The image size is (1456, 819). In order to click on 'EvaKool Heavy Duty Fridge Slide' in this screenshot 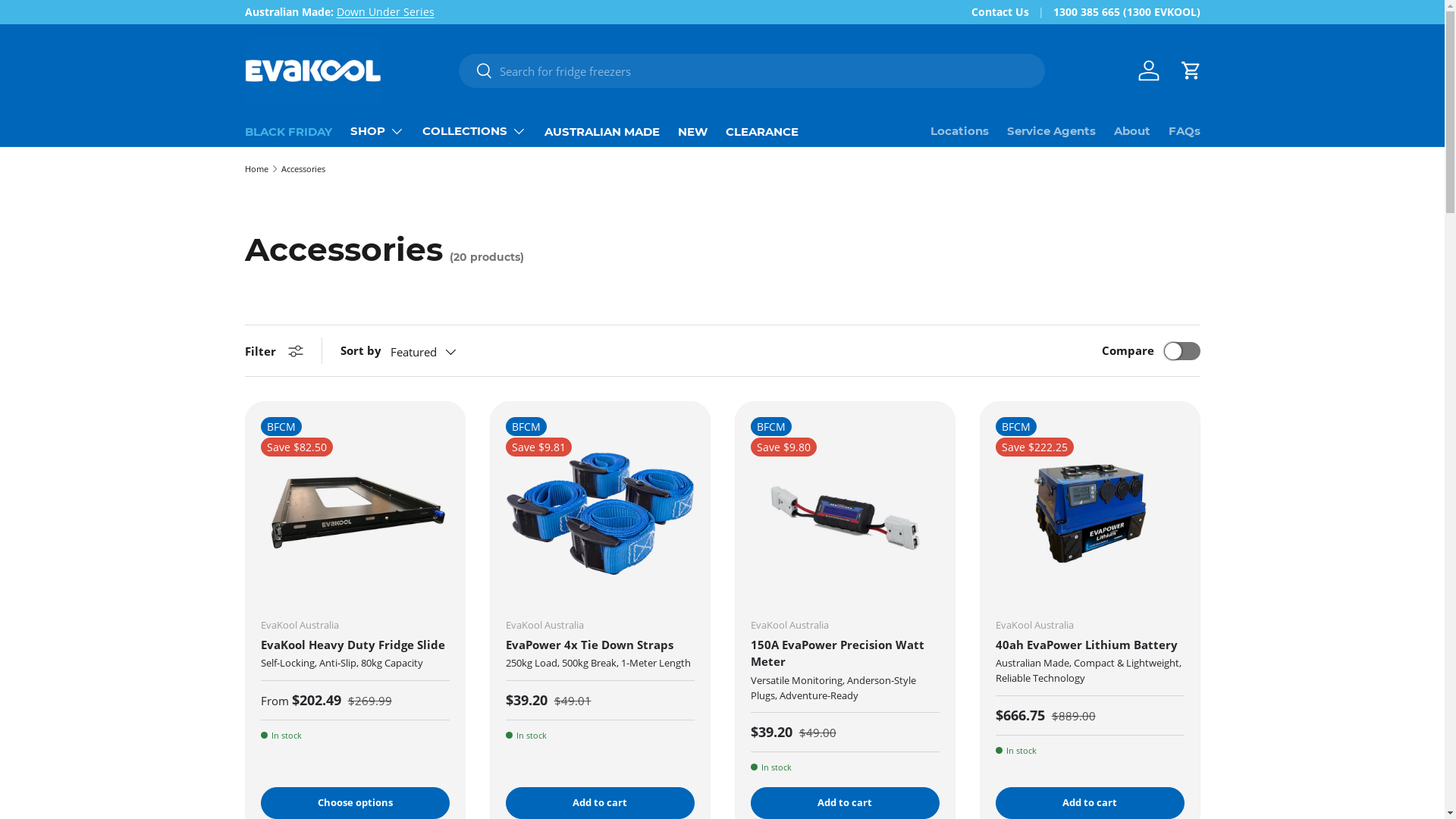, I will do `click(261, 644)`.